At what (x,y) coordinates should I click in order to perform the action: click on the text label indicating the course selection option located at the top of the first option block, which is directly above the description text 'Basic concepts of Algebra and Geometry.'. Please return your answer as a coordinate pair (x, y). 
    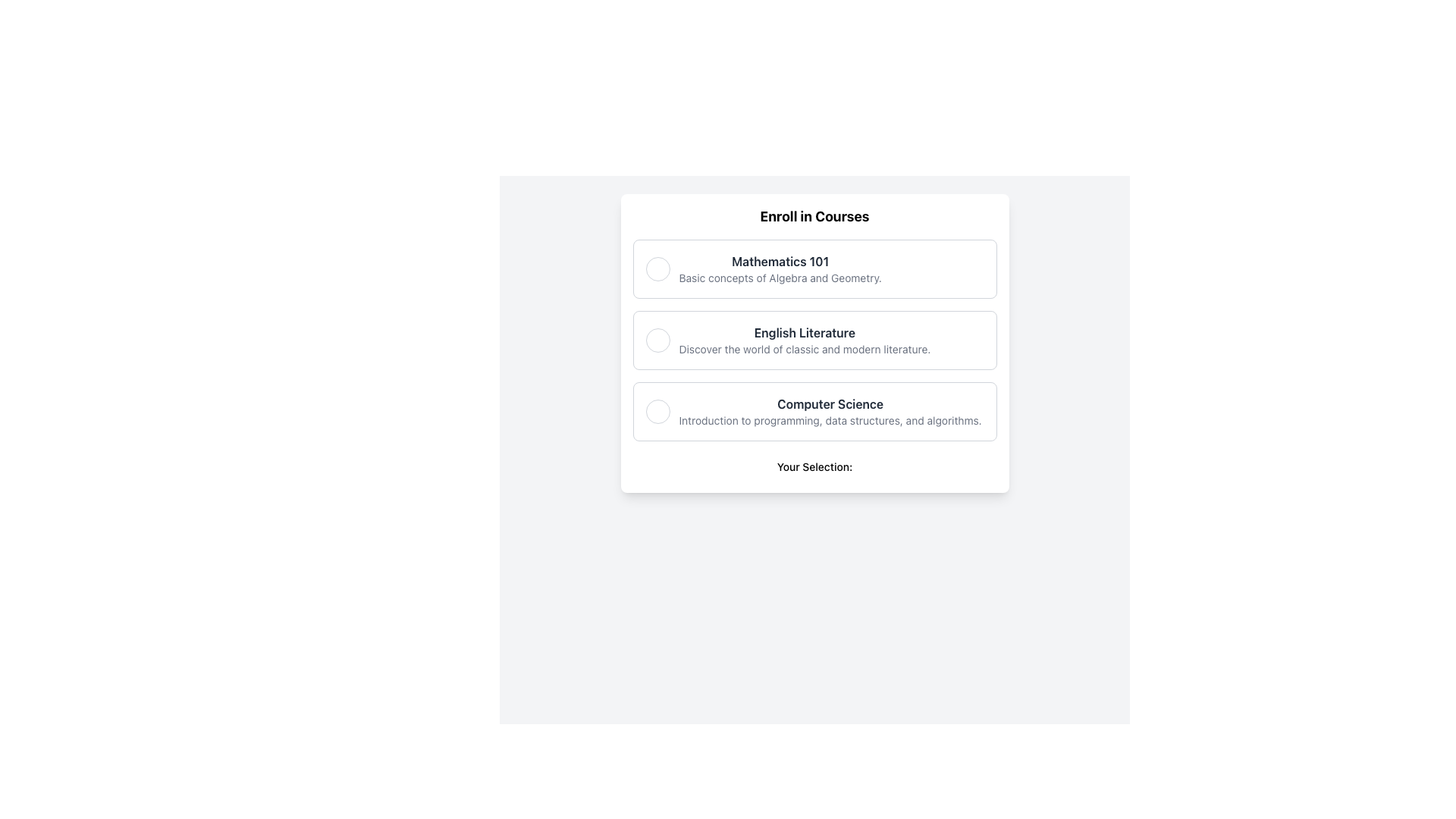
    Looking at the image, I should click on (780, 260).